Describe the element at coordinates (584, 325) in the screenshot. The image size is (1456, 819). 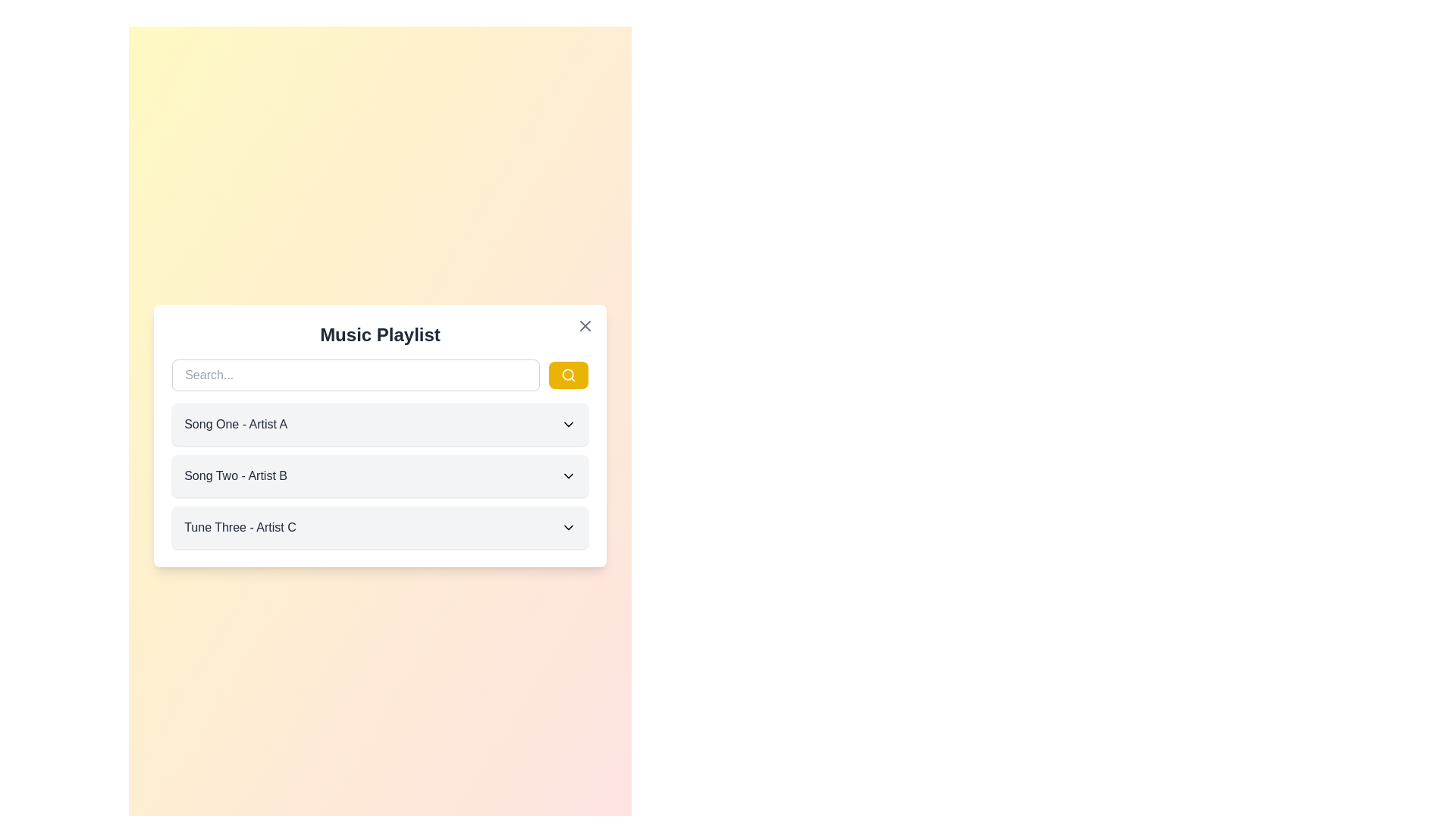
I see `the close icon (cross) at the top-right corner of the card containing the 'Music Playlist' header to trigger tooltip or highlight effects` at that location.